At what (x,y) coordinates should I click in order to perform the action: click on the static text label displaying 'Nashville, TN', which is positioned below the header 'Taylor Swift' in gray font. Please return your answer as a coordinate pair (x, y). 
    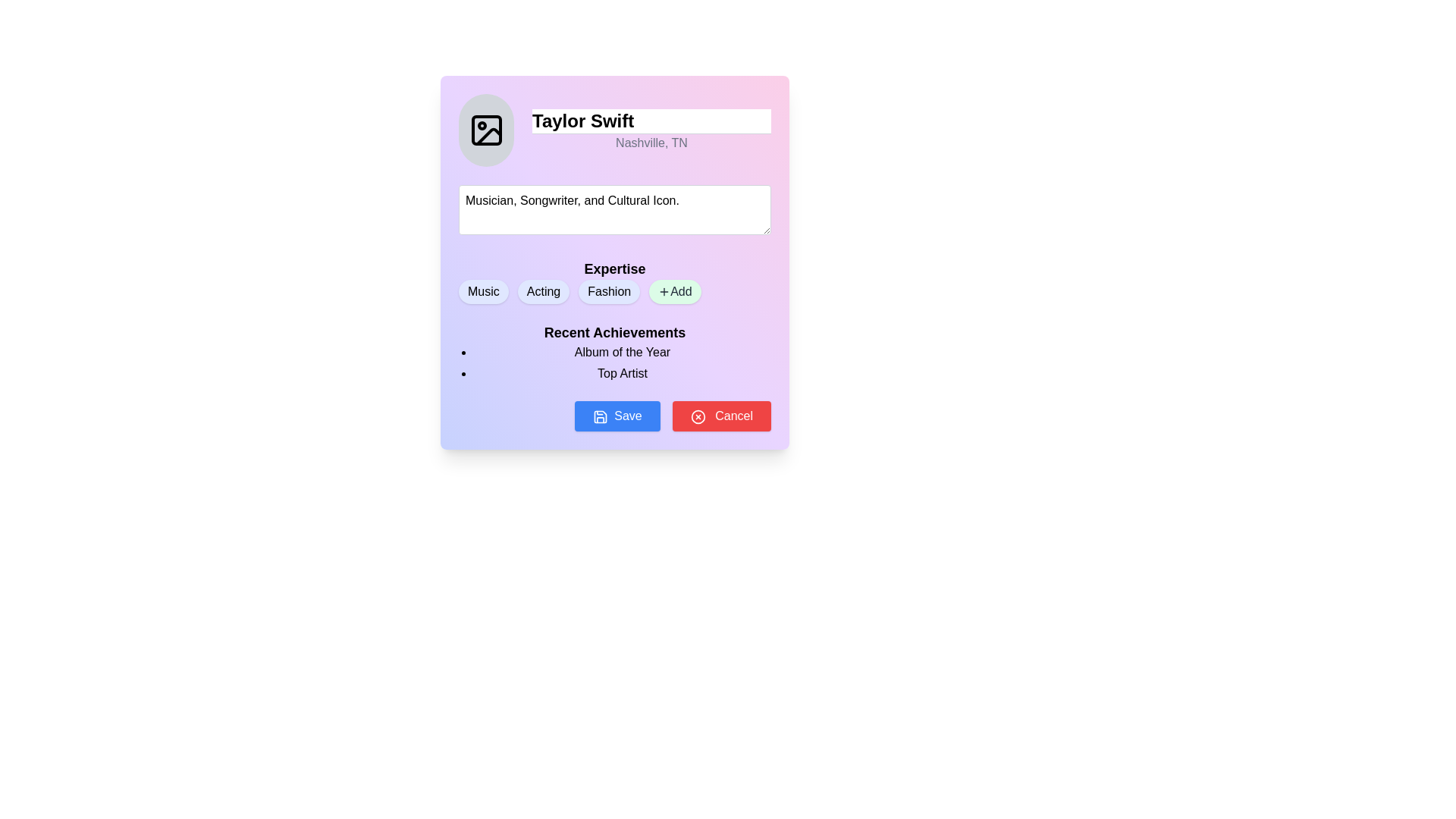
    Looking at the image, I should click on (651, 143).